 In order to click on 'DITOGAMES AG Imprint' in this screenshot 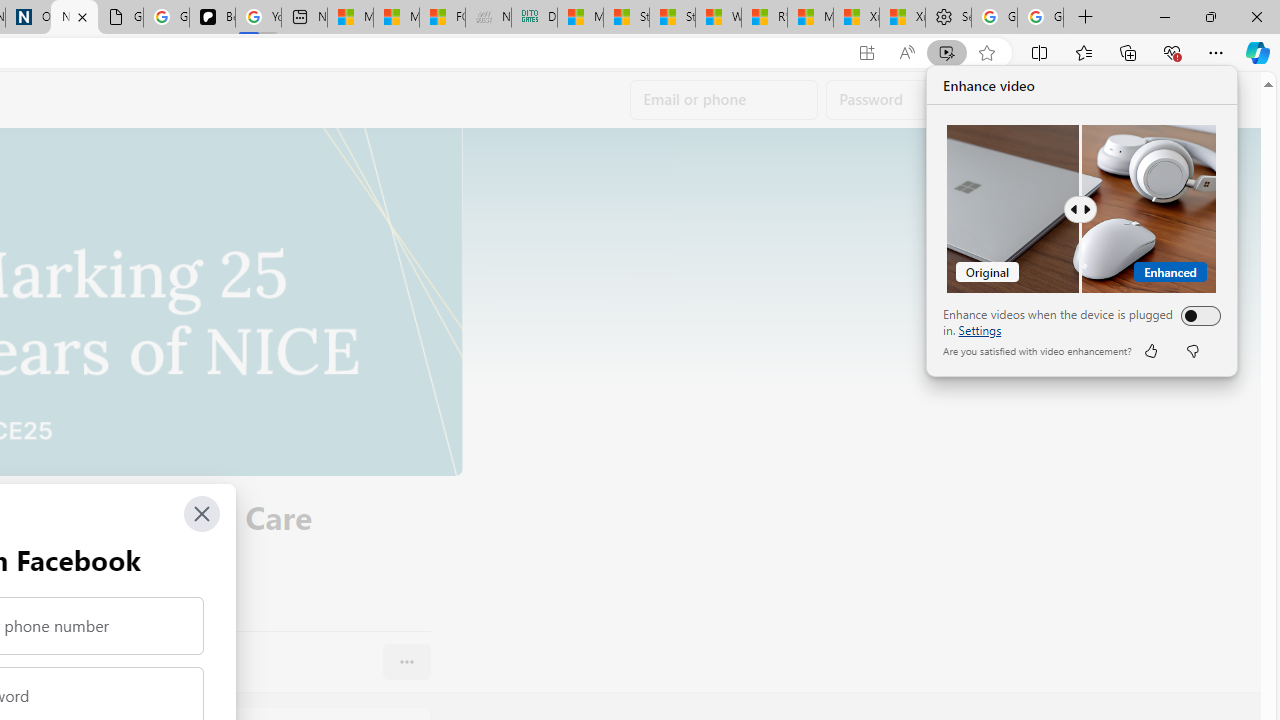, I will do `click(534, 17)`.